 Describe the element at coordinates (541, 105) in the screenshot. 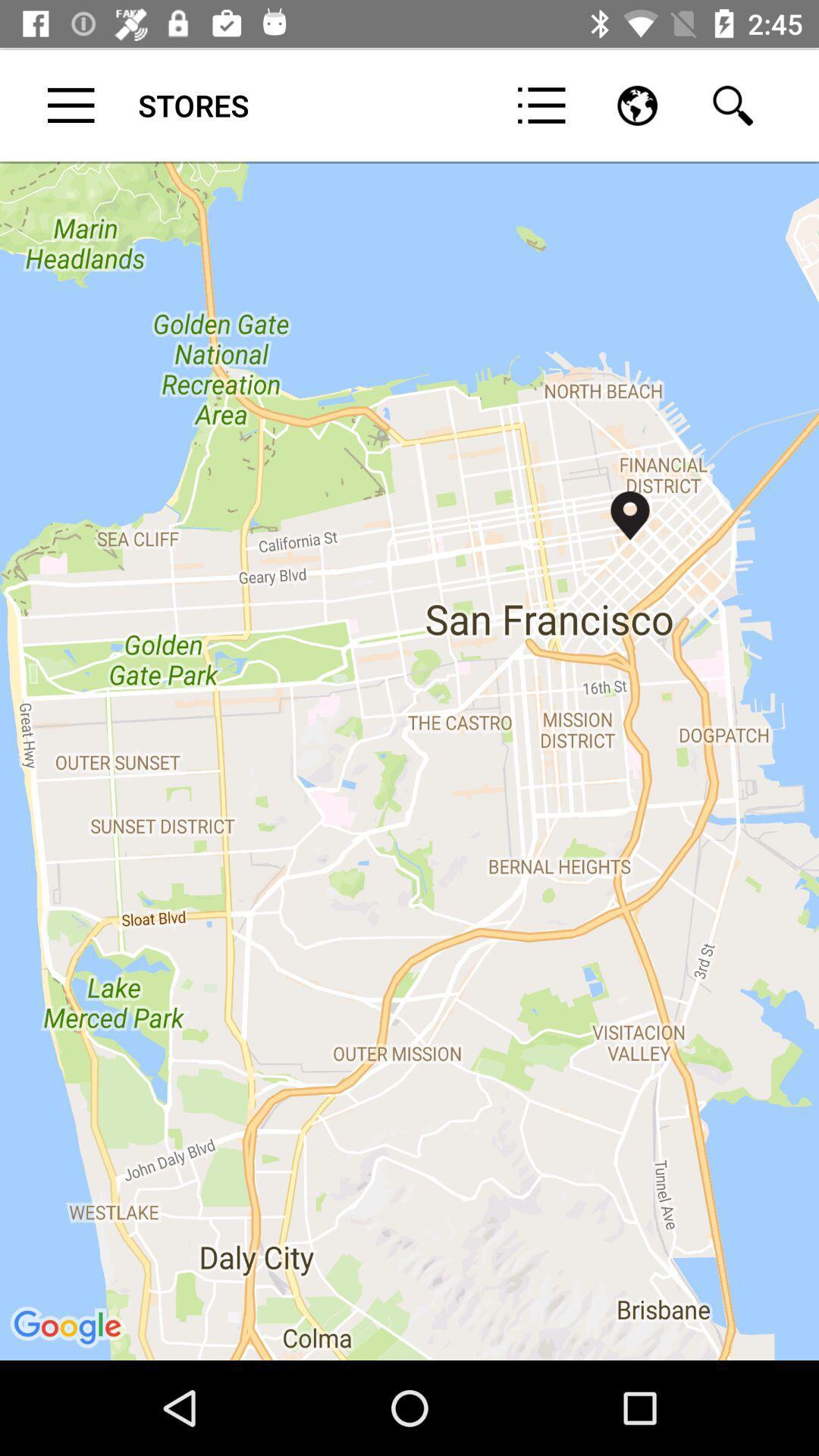

I see `the icon next to the stores icon` at that location.